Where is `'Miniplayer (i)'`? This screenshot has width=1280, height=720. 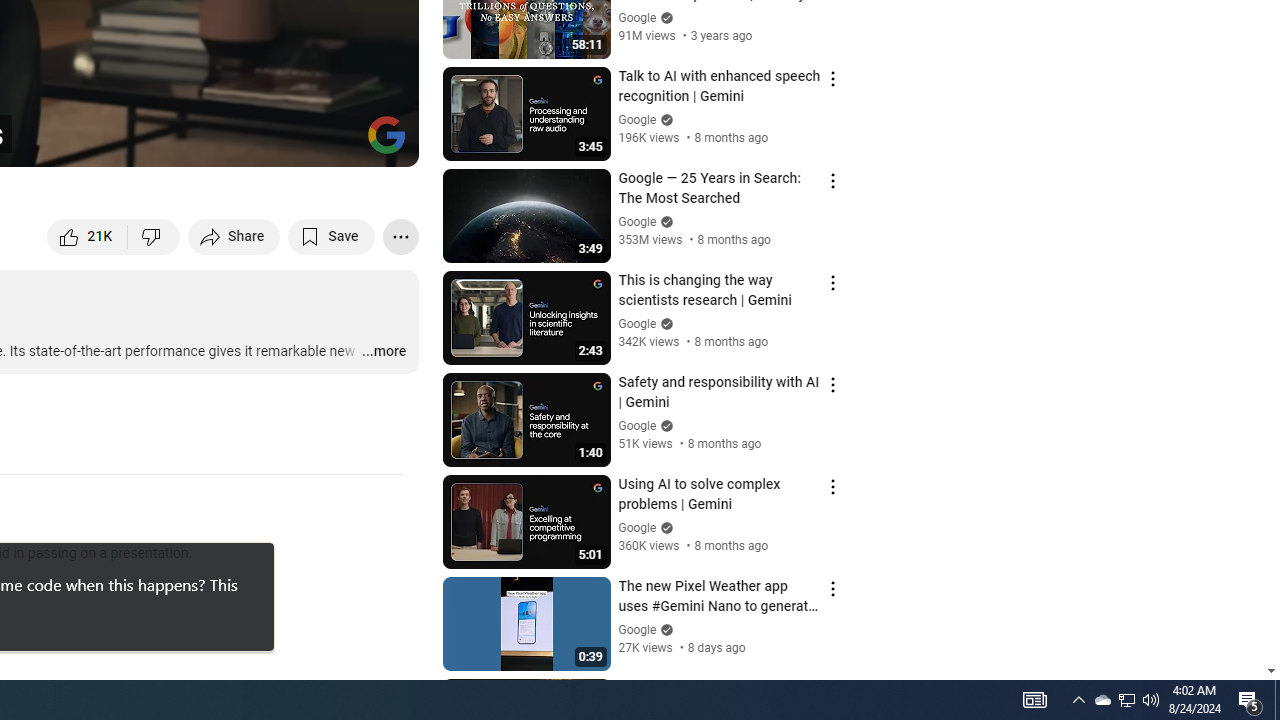 'Miniplayer (i)' is located at coordinates (285, 141).